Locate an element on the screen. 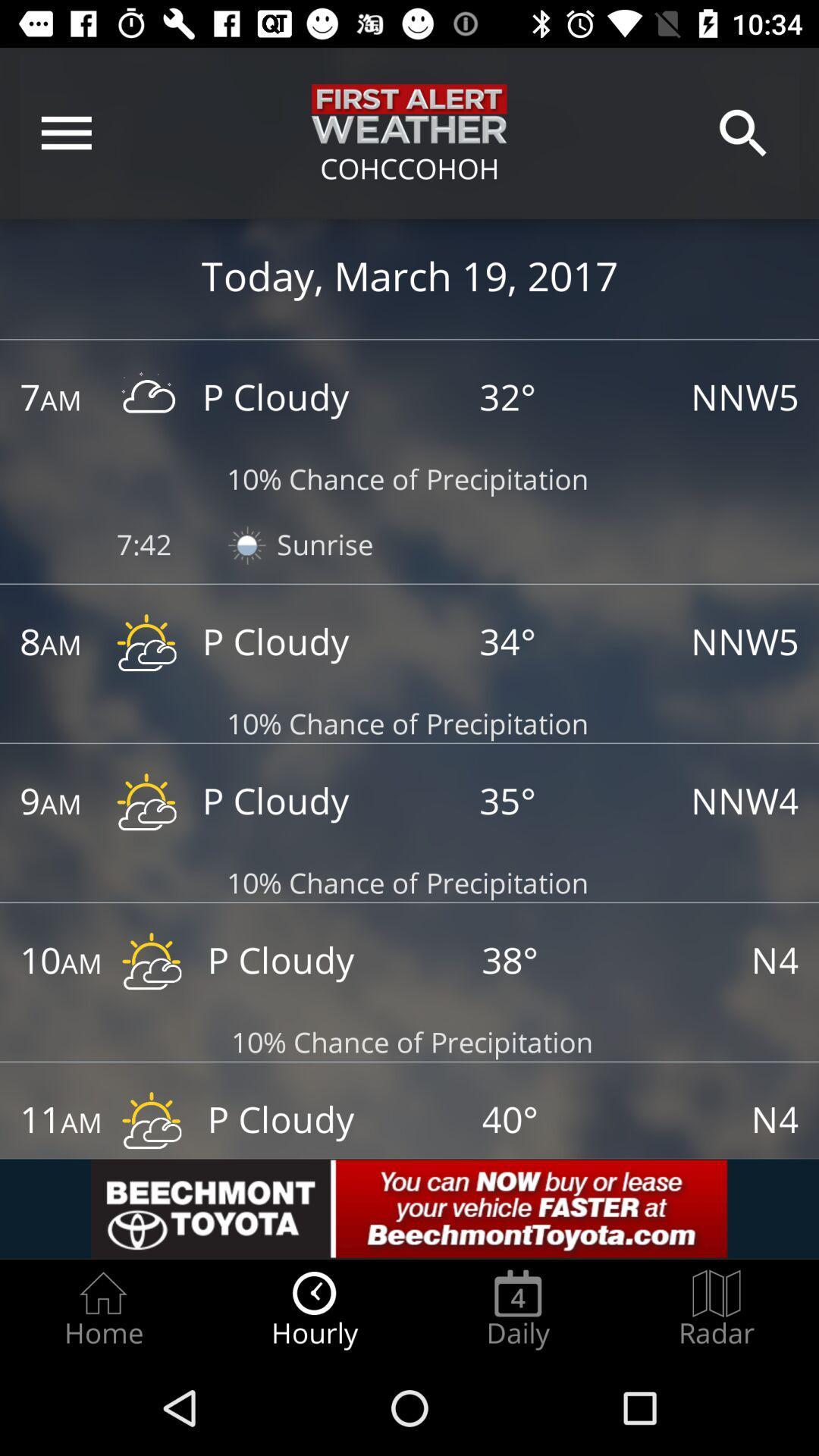  advertisement is located at coordinates (409, 1208).